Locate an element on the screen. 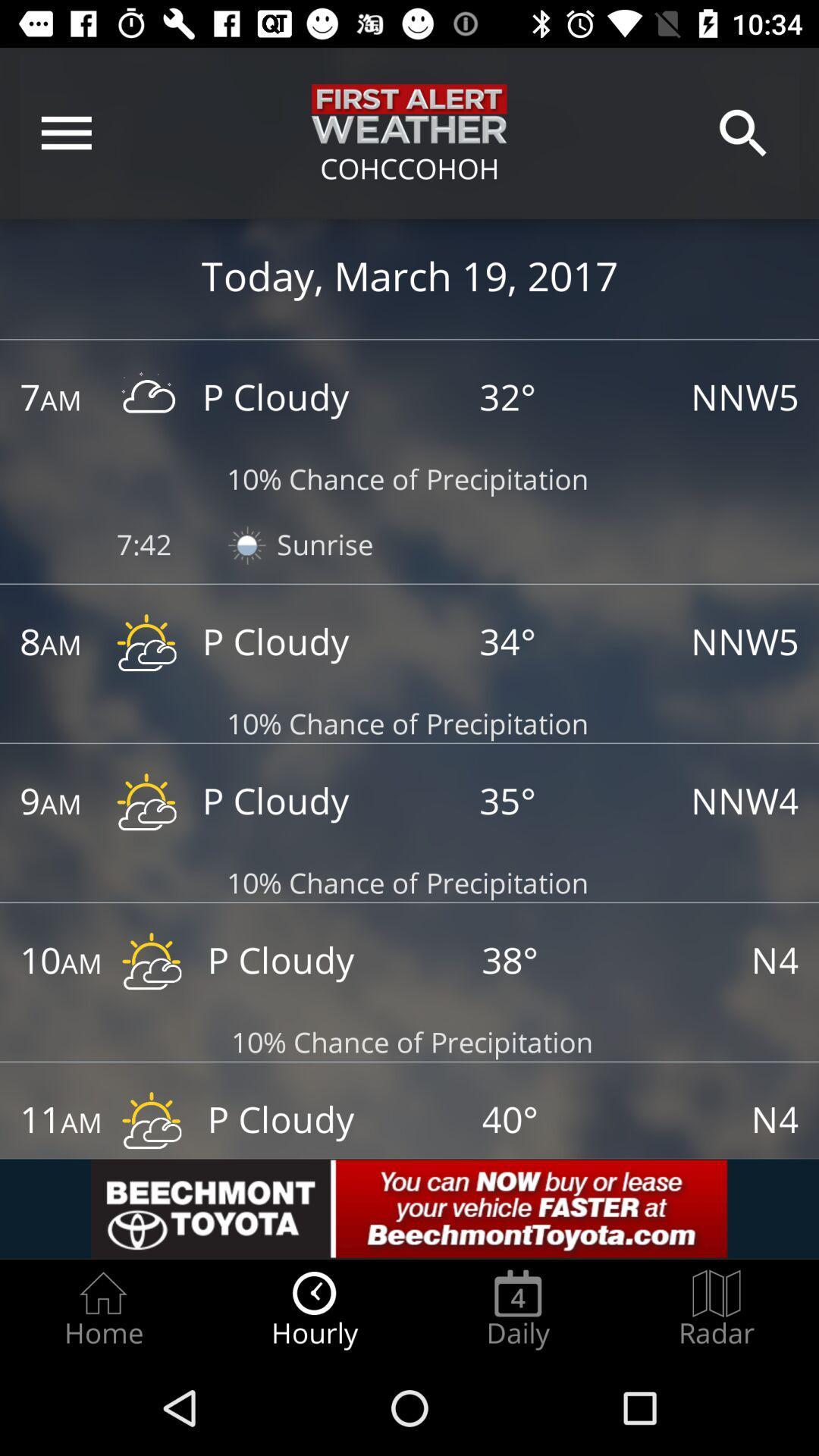  advertisement is located at coordinates (409, 1208).